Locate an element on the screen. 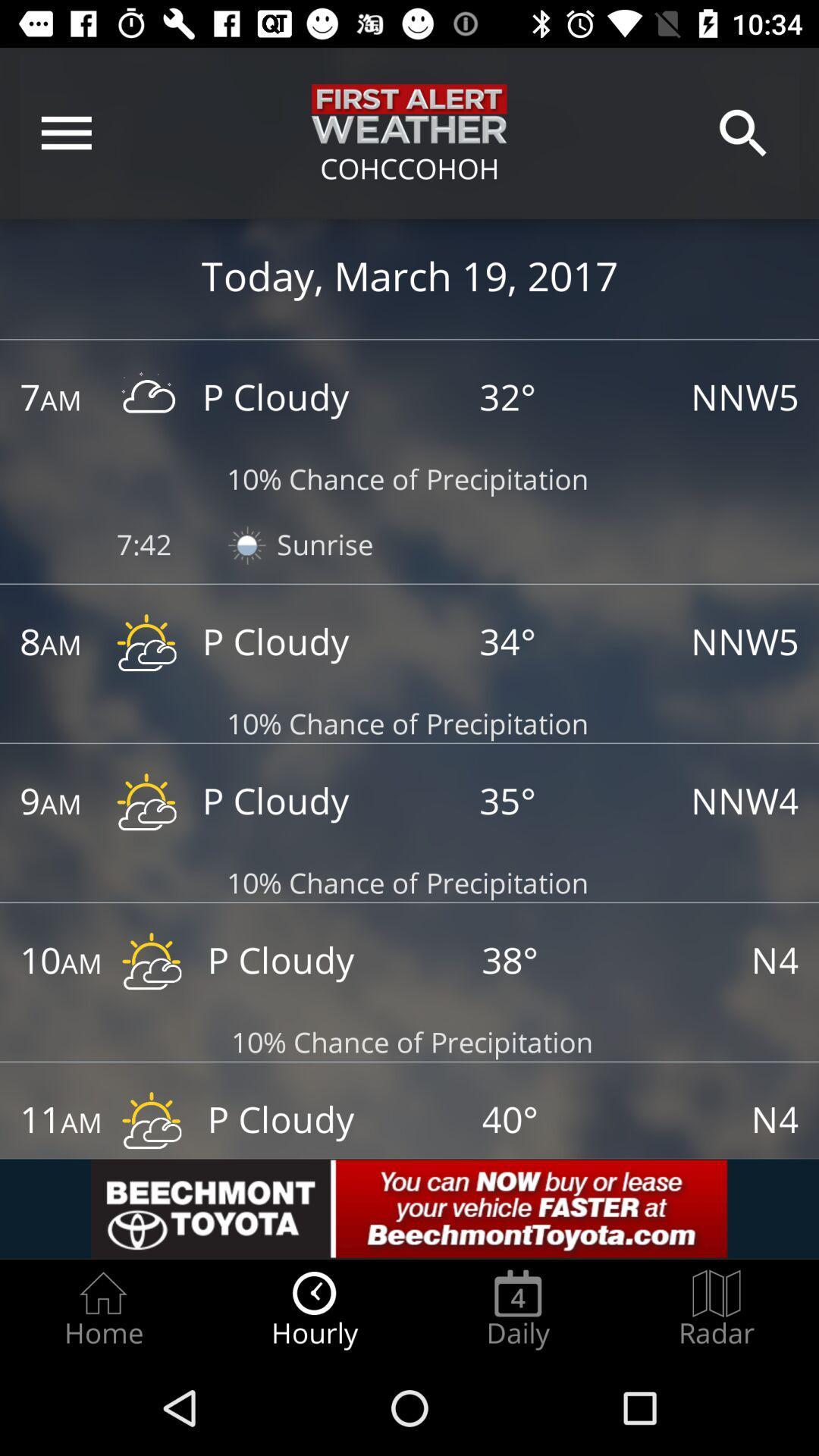  advertisement is located at coordinates (409, 1208).